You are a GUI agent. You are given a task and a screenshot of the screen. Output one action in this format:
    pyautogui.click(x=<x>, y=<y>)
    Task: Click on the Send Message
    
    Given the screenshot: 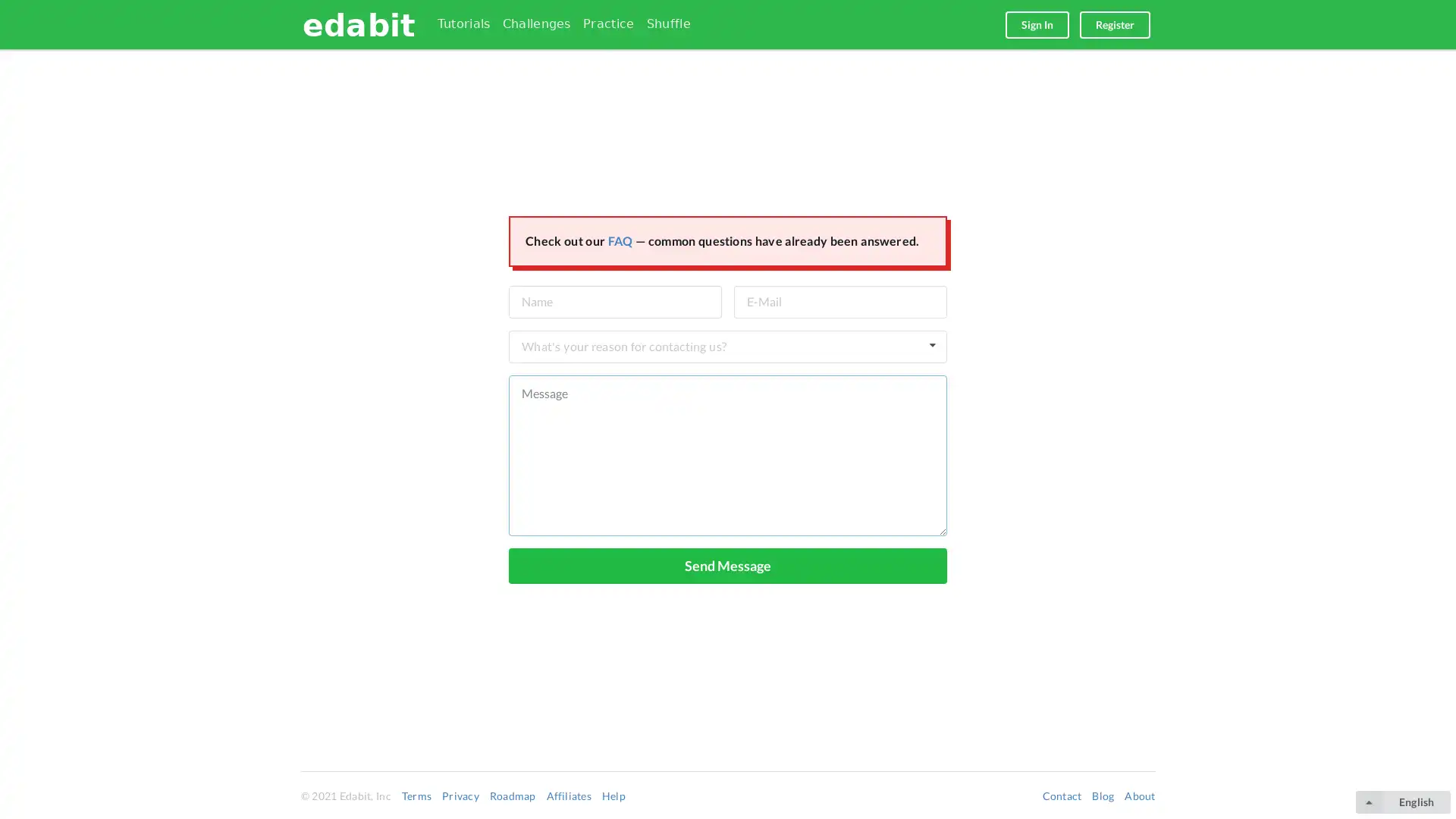 What is the action you would take?
    pyautogui.click(x=726, y=565)
    